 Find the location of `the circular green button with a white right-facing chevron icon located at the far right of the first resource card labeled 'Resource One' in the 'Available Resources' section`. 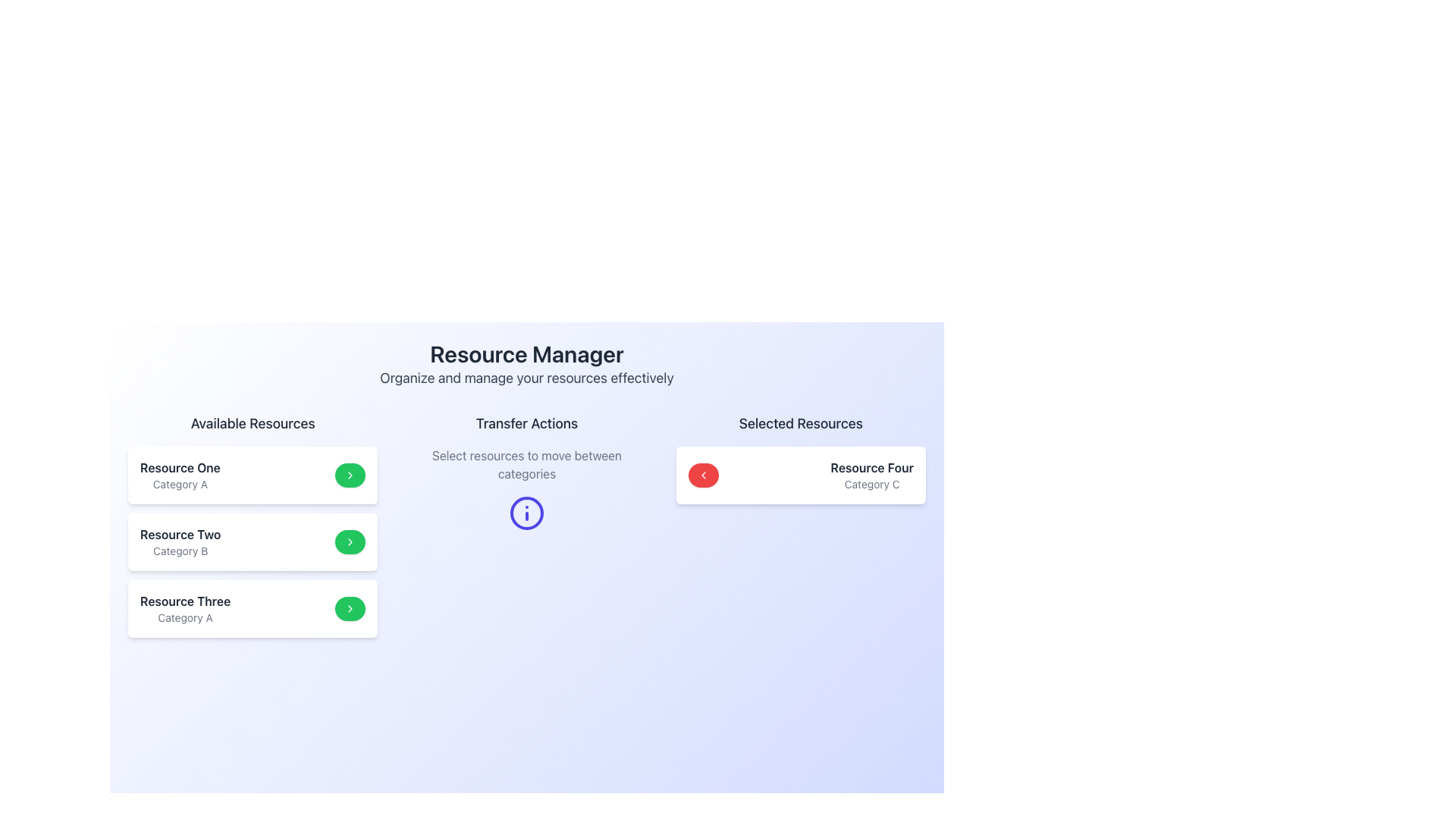

the circular green button with a white right-facing chevron icon located at the far right of the first resource card labeled 'Resource One' in the 'Available Resources' section is located at coordinates (350, 475).